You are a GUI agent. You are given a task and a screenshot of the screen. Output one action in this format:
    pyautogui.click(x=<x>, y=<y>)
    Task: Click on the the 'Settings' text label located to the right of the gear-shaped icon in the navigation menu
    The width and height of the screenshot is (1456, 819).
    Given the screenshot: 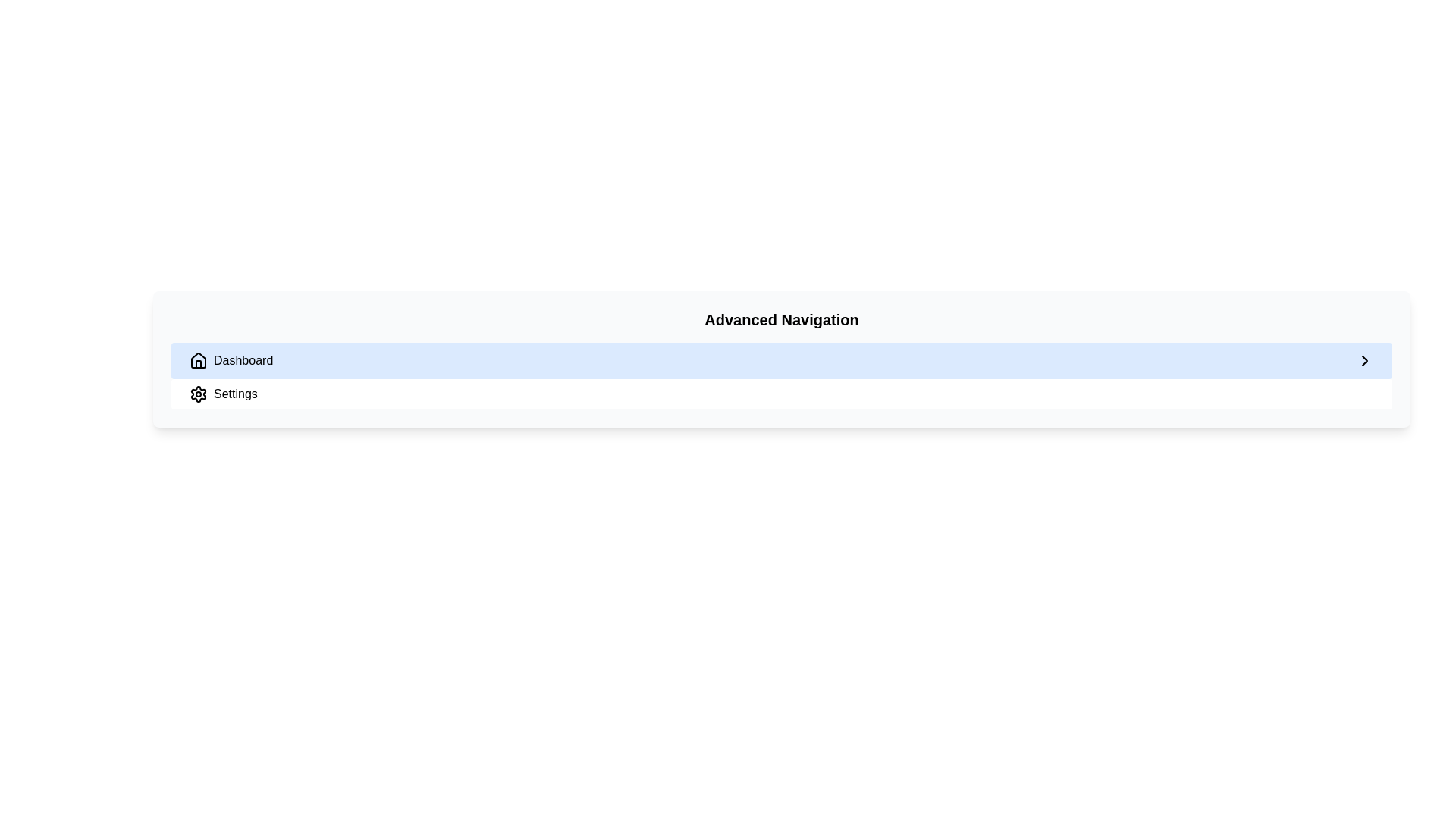 What is the action you would take?
    pyautogui.click(x=234, y=394)
    